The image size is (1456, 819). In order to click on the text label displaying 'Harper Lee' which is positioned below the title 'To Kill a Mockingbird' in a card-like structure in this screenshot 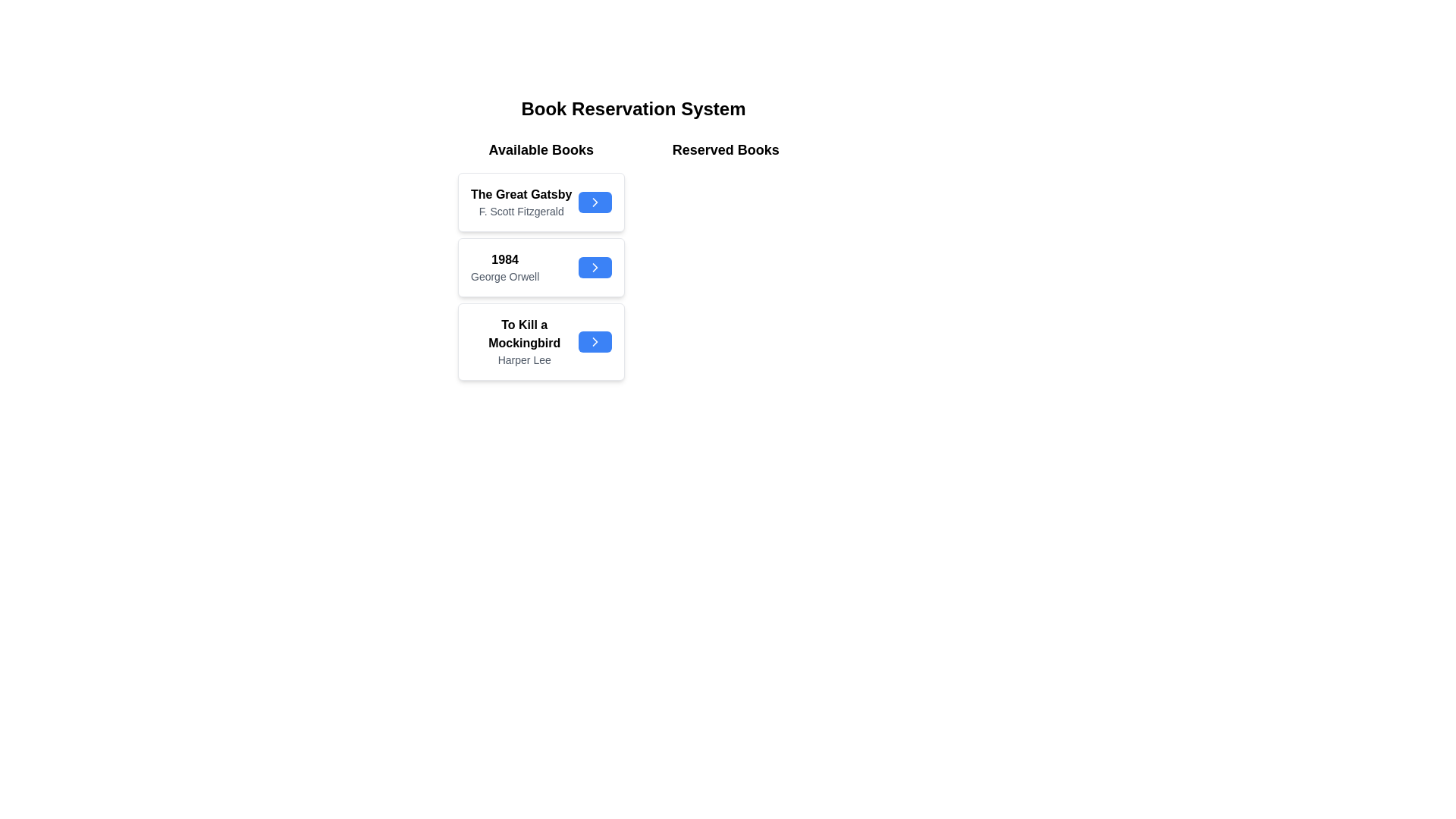, I will do `click(524, 359)`.